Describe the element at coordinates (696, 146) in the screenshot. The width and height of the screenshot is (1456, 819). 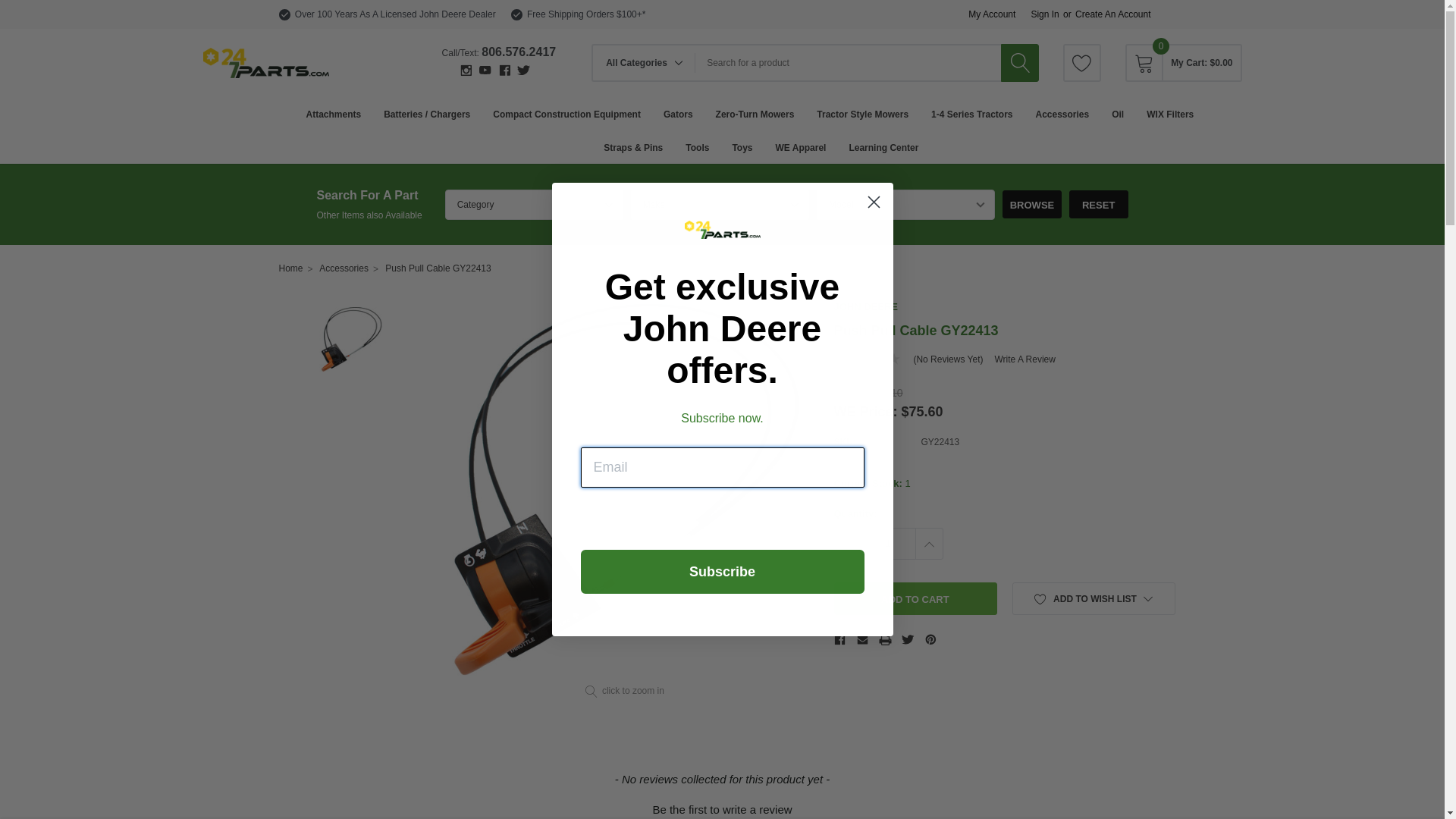
I see `'Tools'` at that location.